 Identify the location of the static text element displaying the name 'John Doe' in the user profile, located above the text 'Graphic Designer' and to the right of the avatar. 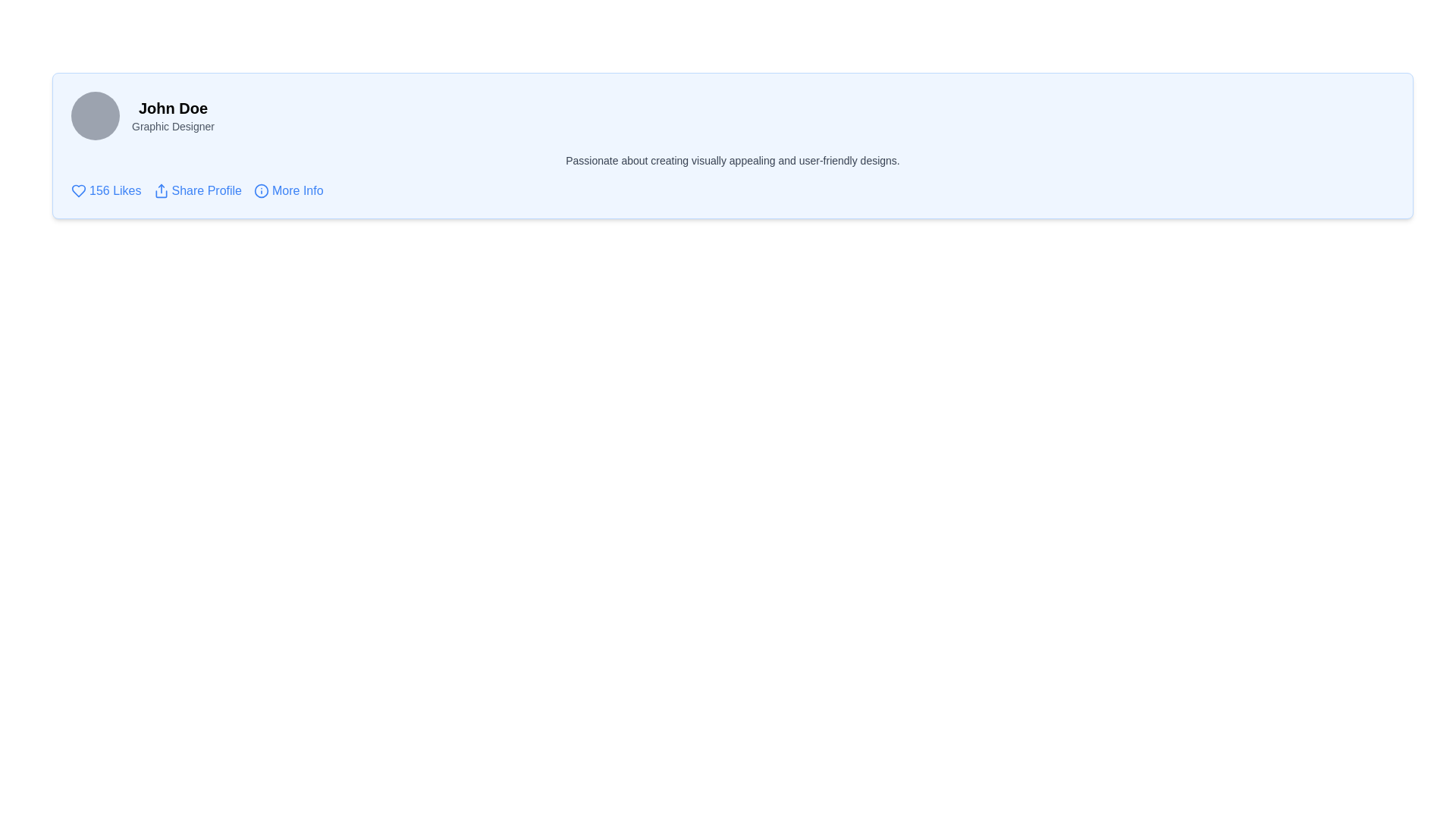
(173, 107).